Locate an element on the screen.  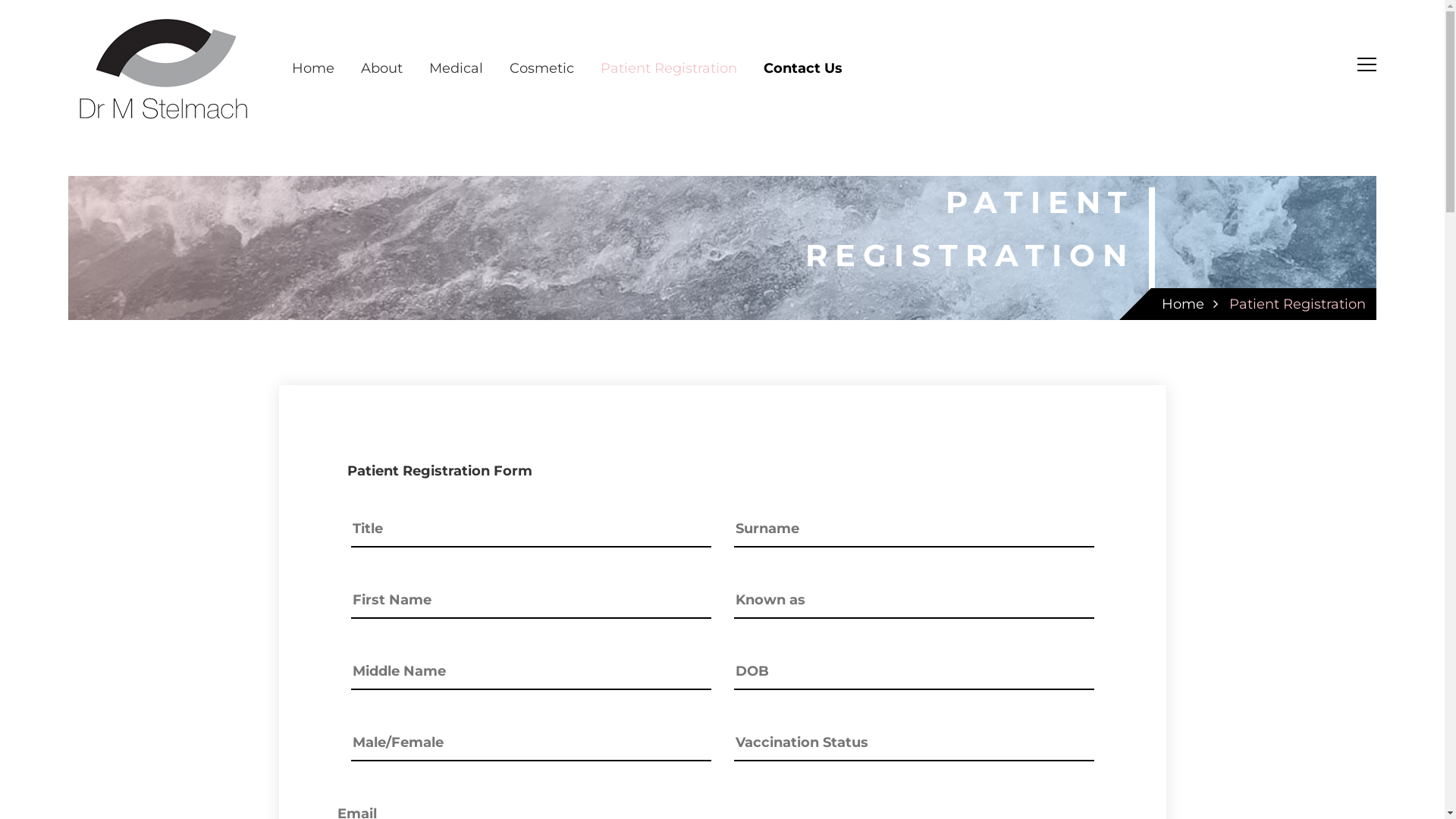
'Cosmetic' is located at coordinates (541, 67).